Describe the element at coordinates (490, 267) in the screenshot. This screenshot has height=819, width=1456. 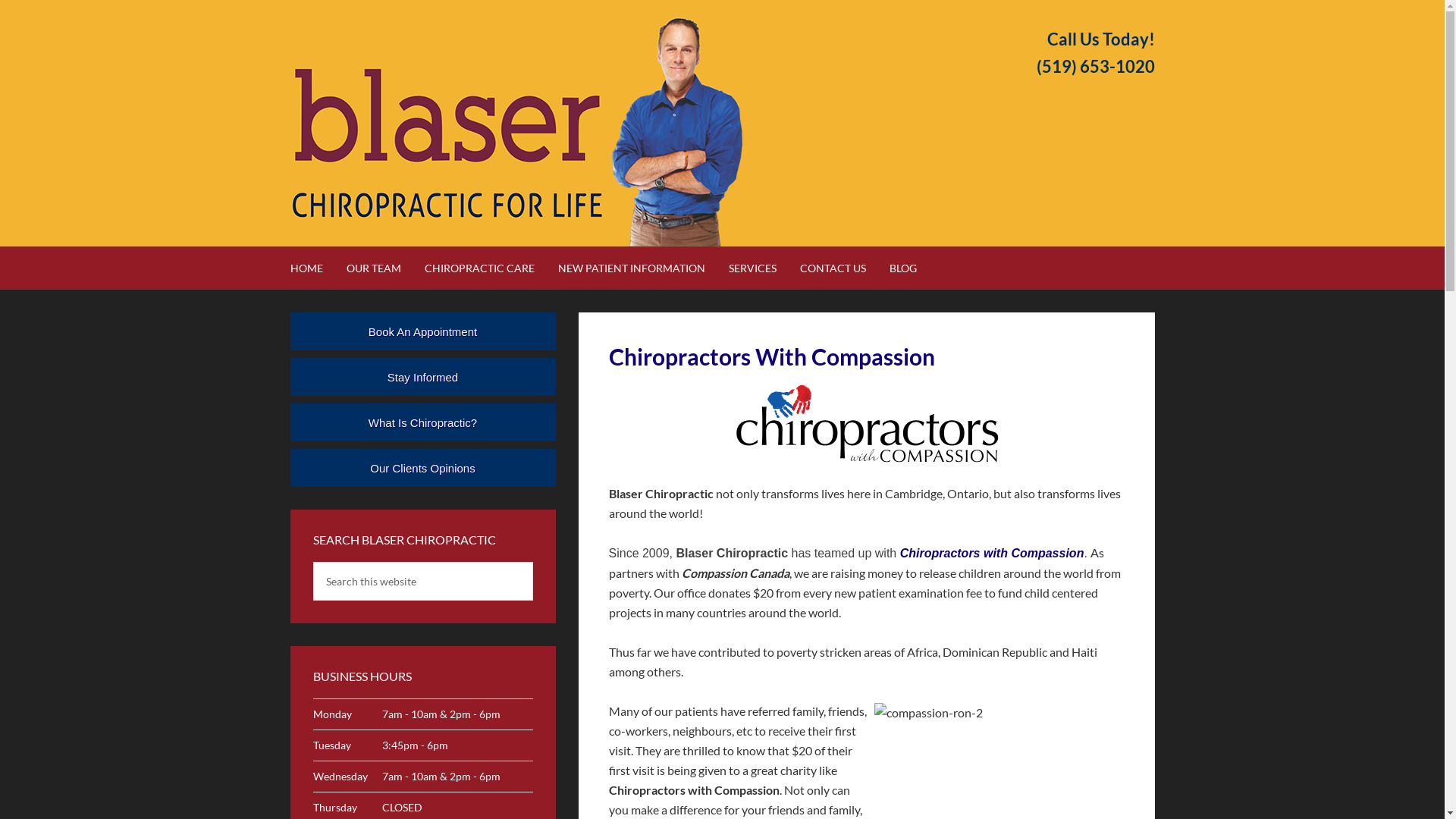
I see `'CHIROPRACTIC CARE'` at that location.